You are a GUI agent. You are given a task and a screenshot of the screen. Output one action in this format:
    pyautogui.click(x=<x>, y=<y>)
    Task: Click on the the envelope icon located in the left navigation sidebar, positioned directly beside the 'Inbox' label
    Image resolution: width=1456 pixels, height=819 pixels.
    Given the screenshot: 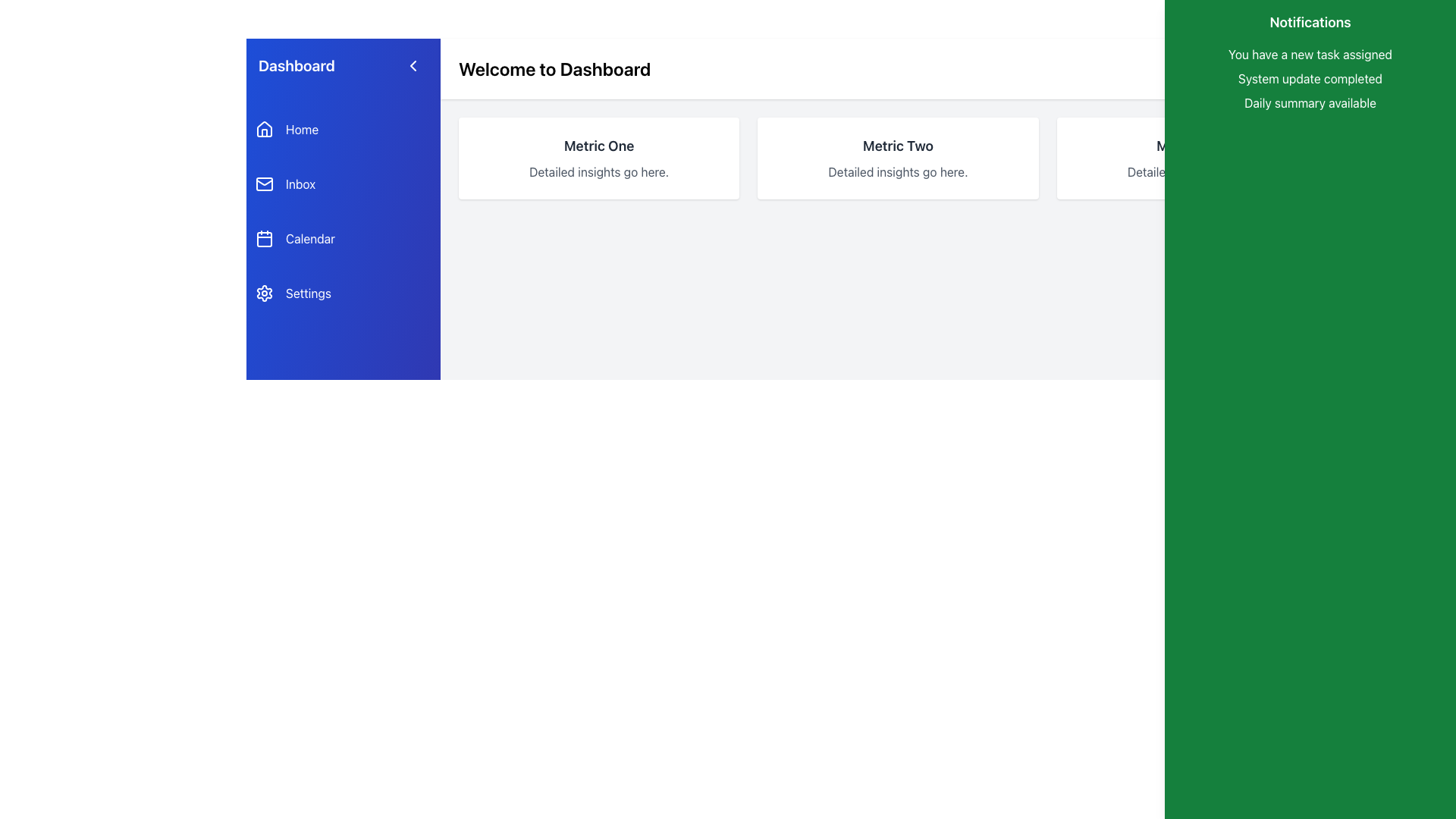 What is the action you would take?
    pyautogui.click(x=265, y=184)
    